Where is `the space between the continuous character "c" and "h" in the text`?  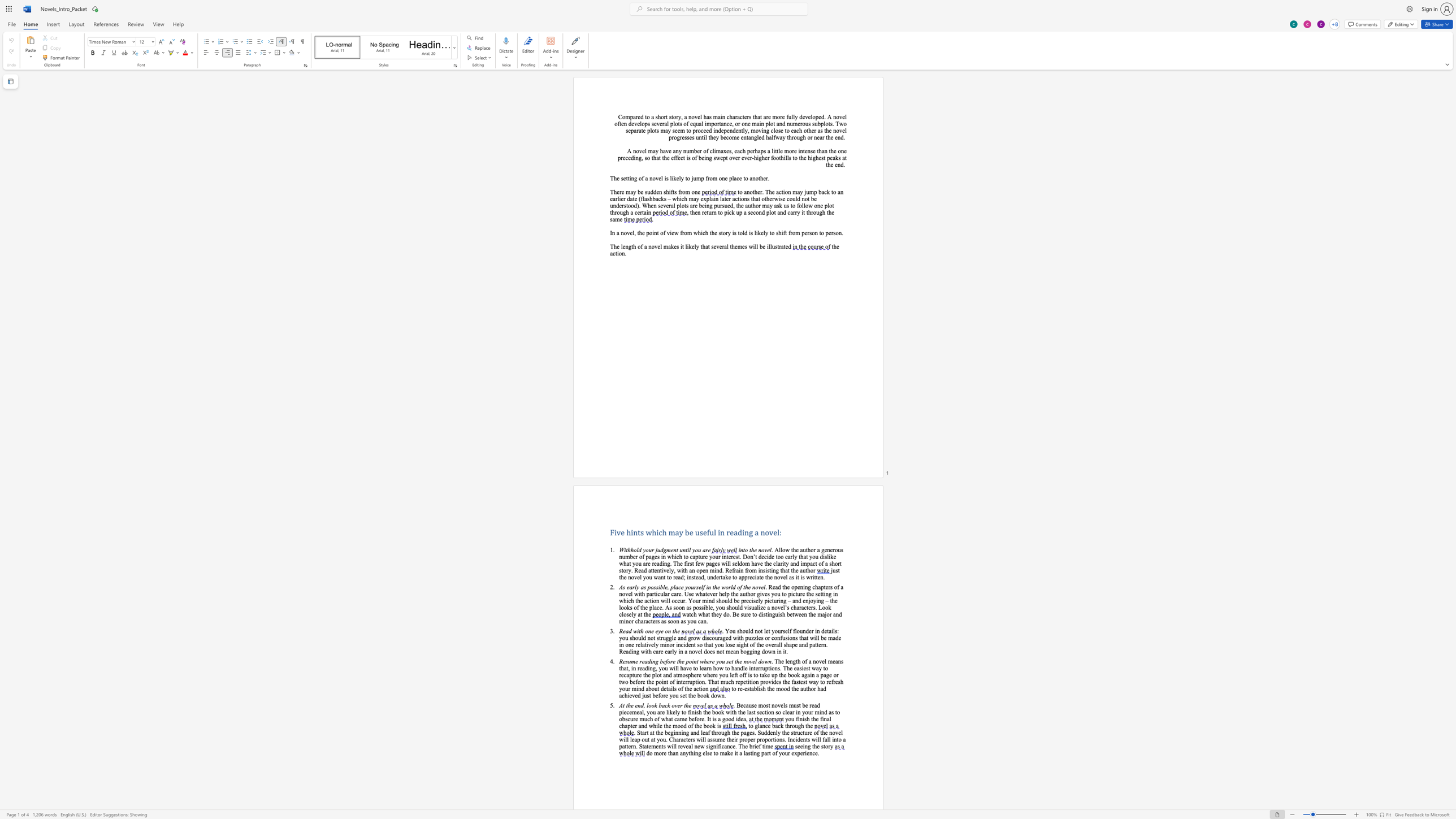 the space between the continuous character "c" and "h" in the text is located at coordinates (742, 151).